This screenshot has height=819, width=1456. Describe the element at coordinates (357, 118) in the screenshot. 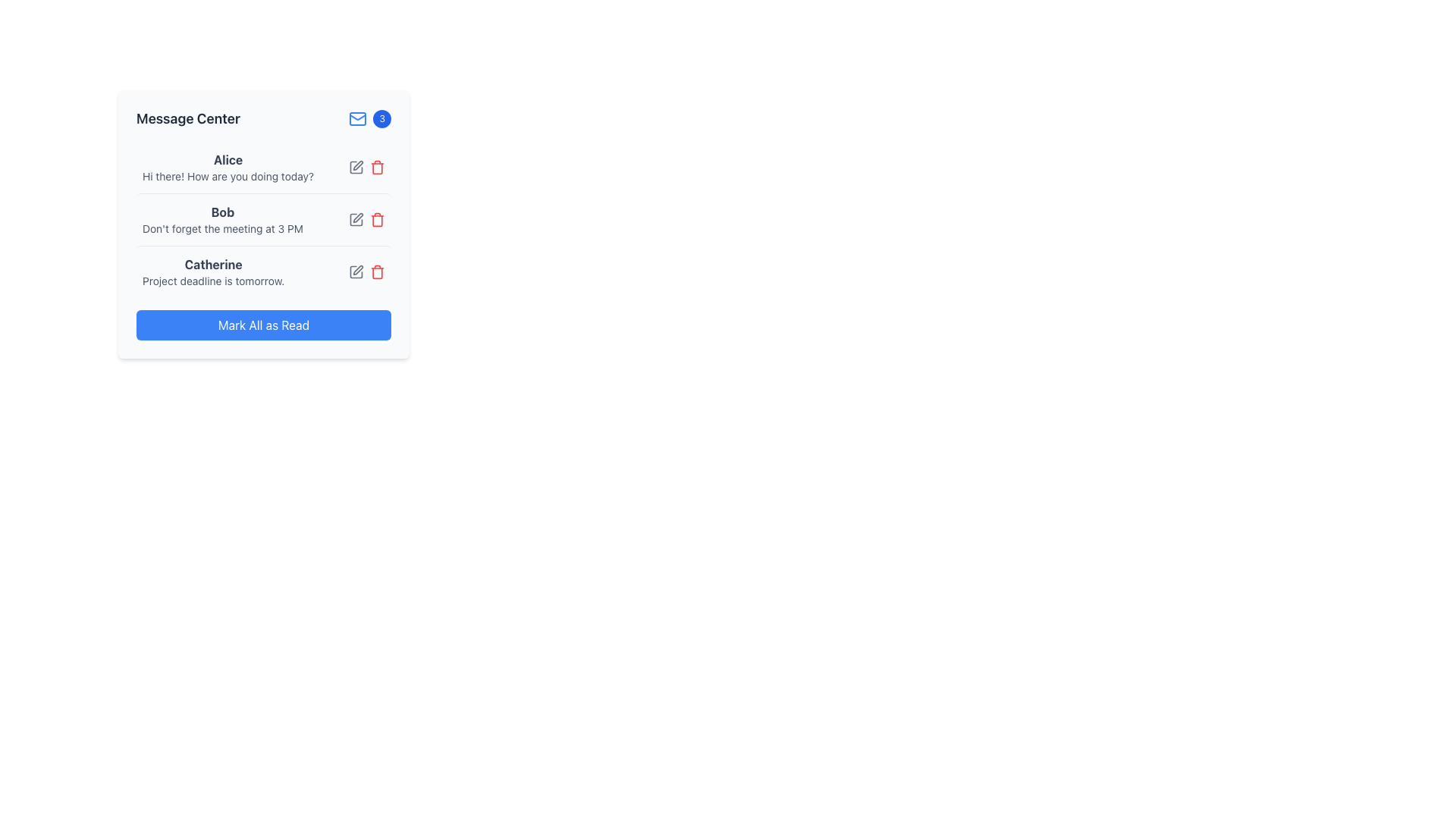

I see `the graphical icon component of the mail envelope located at the top-right corner of the message center card` at that location.